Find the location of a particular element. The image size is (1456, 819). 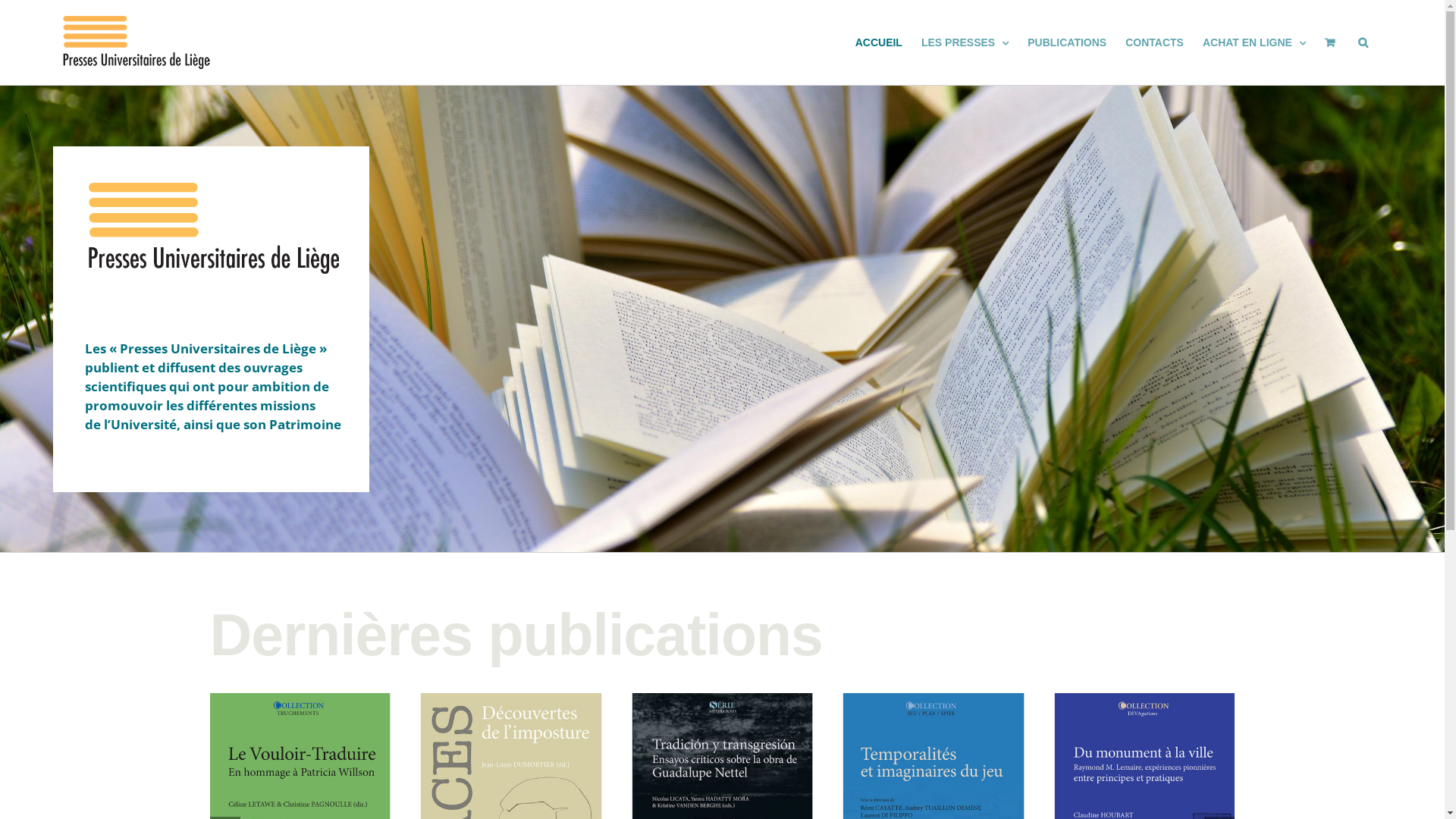

'ACHAT EN LIGNE' is located at coordinates (1254, 42).